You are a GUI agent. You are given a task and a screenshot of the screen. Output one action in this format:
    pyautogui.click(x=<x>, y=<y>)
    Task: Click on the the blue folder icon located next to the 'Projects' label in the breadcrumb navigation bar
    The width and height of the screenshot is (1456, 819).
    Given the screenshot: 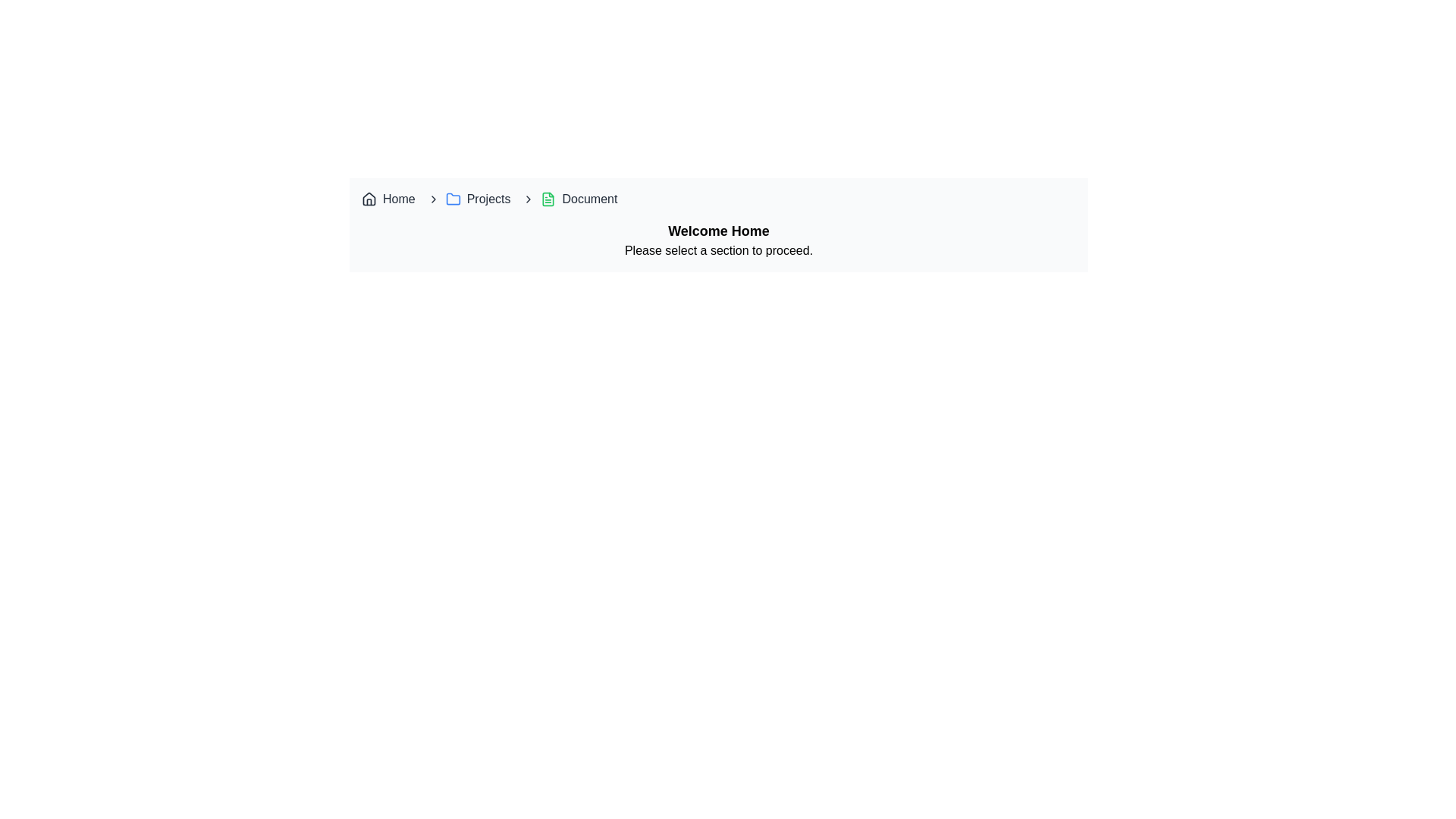 What is the action you would take?
    pyautogui.click(x=452, y=198)
    